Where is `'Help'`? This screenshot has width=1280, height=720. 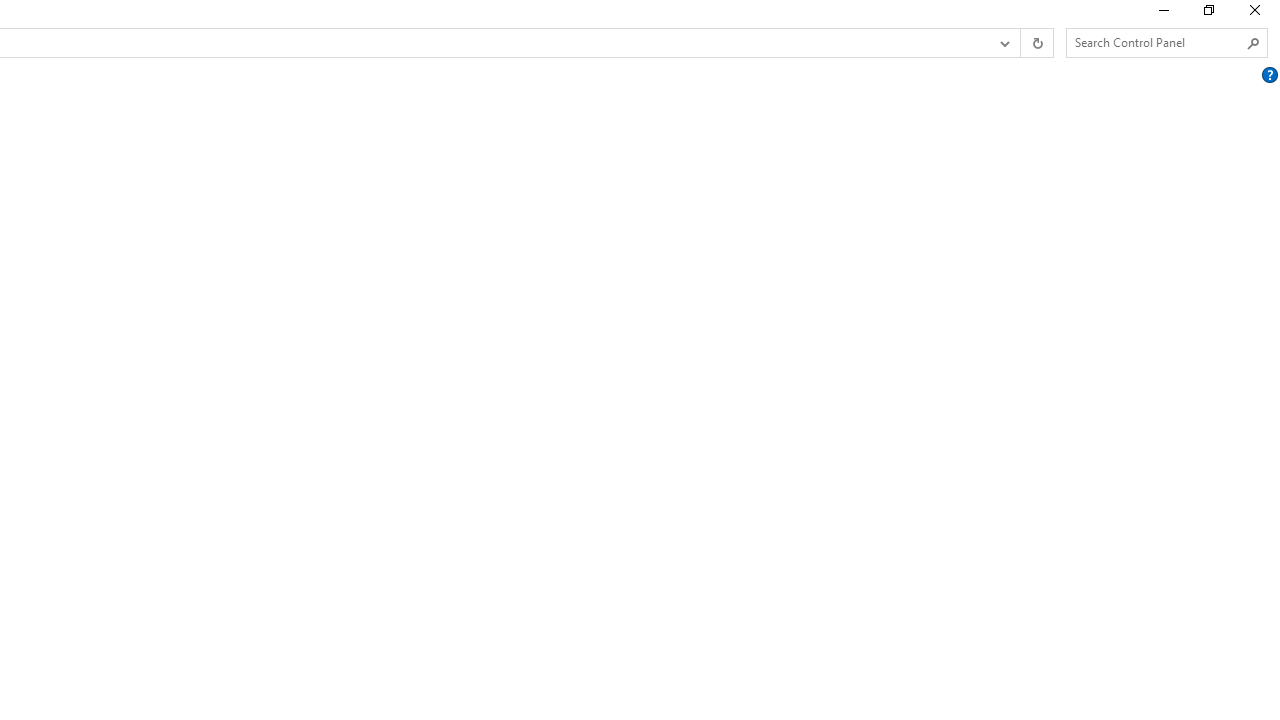
'Help' is located at coordinates (1268, 74).